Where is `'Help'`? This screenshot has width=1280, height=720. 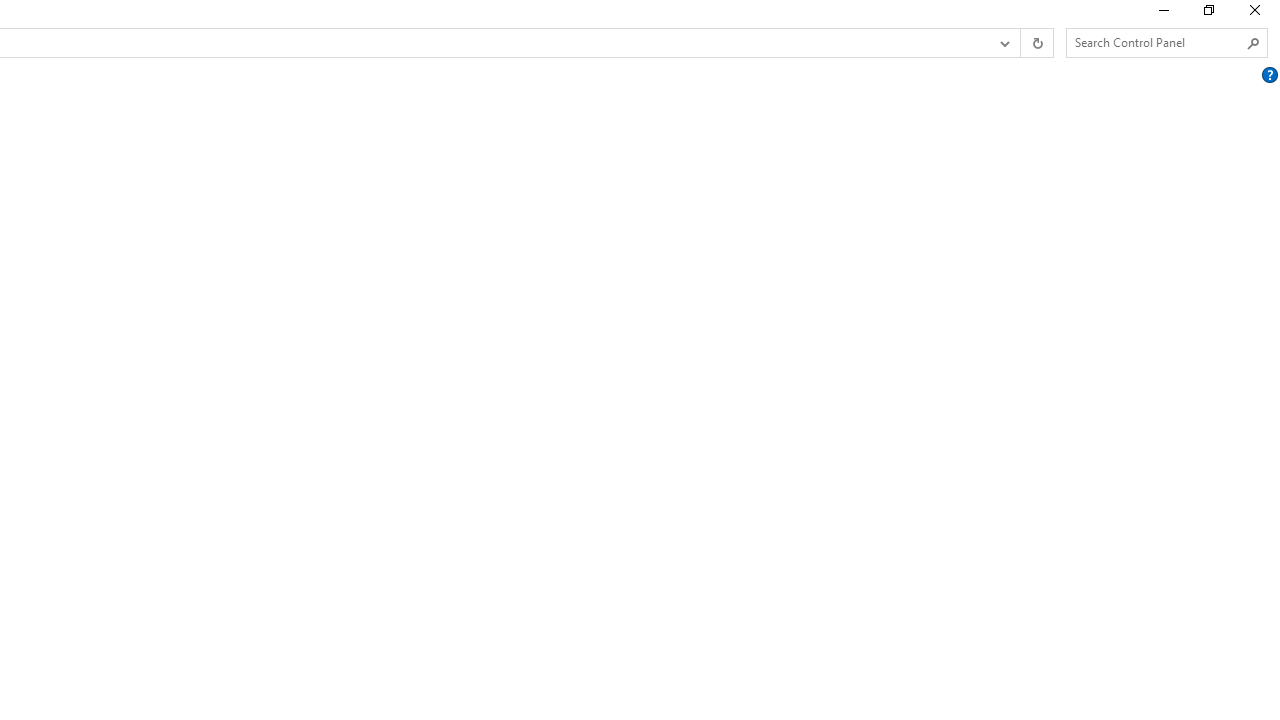
'Help' is located at coordinates (1268, 74).